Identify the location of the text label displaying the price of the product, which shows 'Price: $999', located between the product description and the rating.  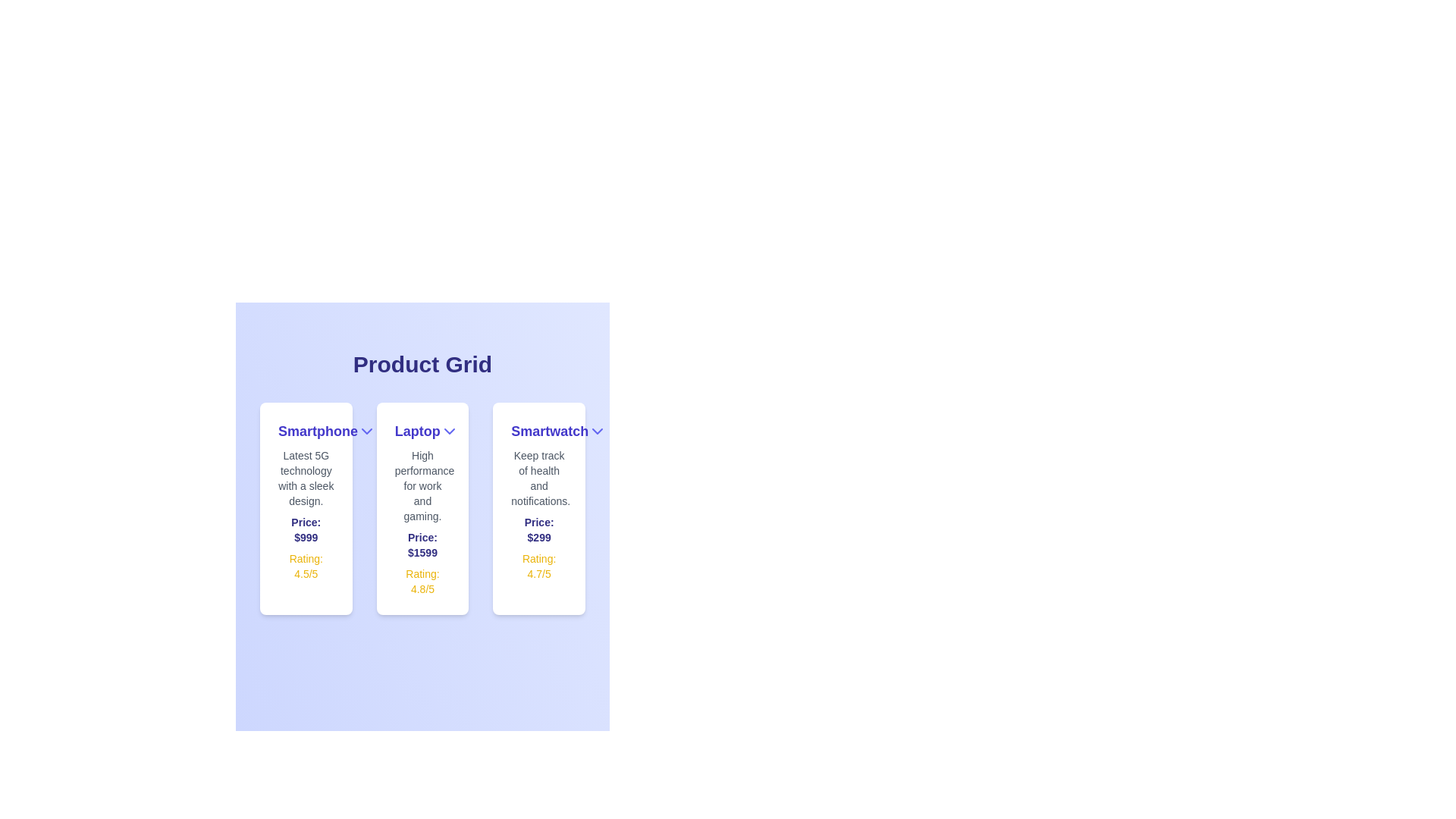
(305, 529).